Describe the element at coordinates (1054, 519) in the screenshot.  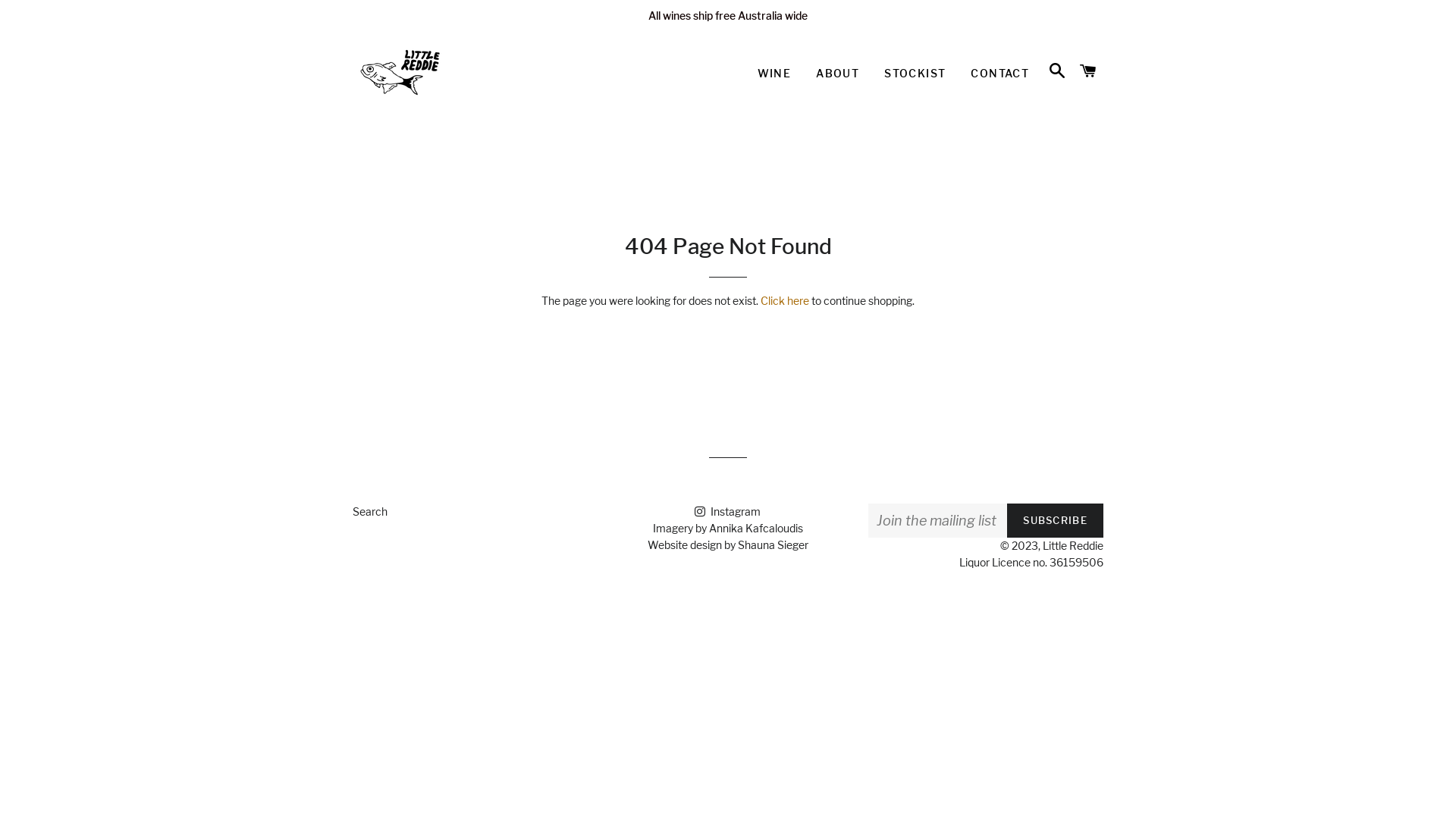
I see `'SUBSCRIBE'` at that location.